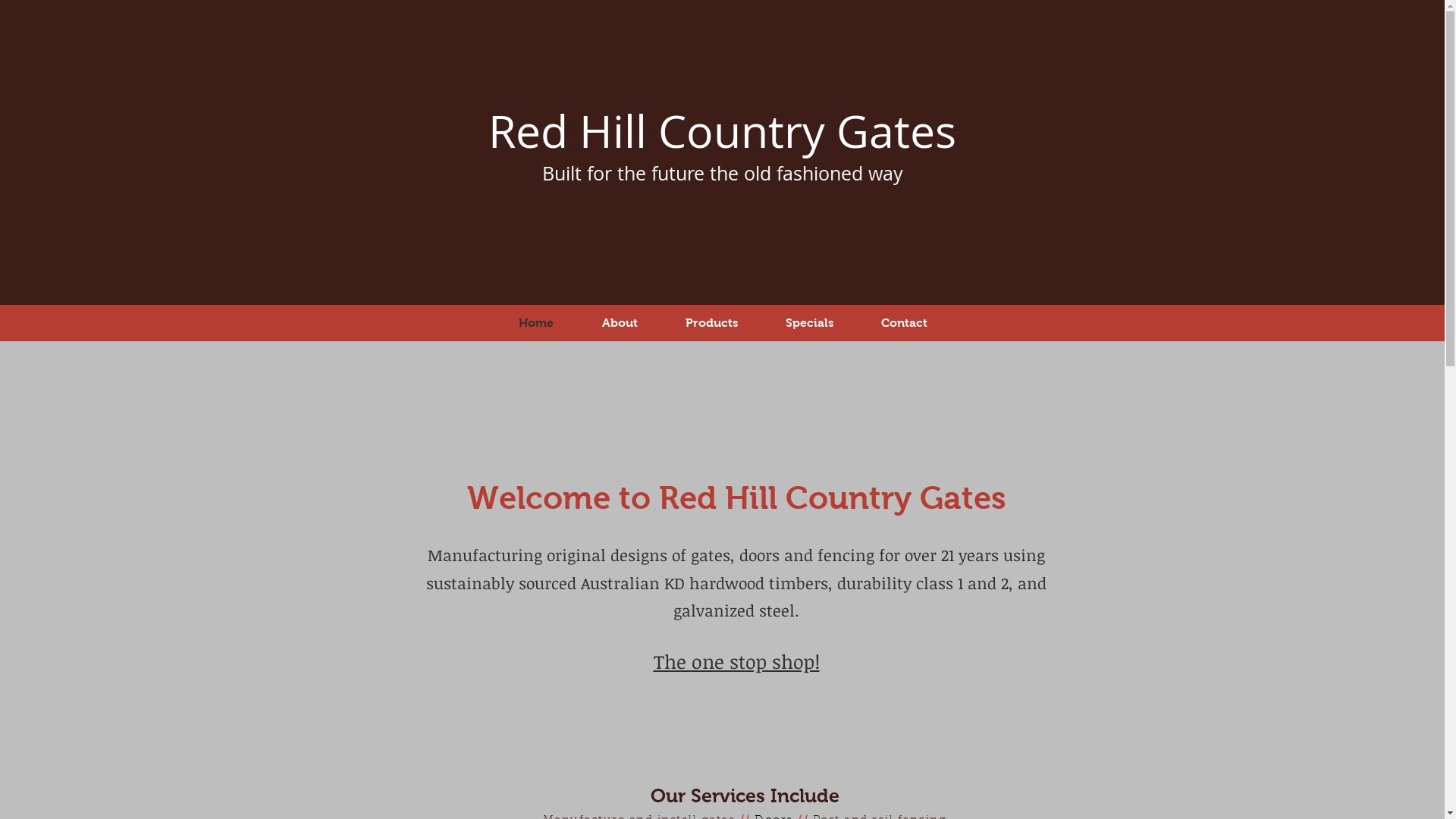 The image size is (1456, 819). Describe the element at coordinates (661, 322) in the screenshot. I see `'Products'` at that location.